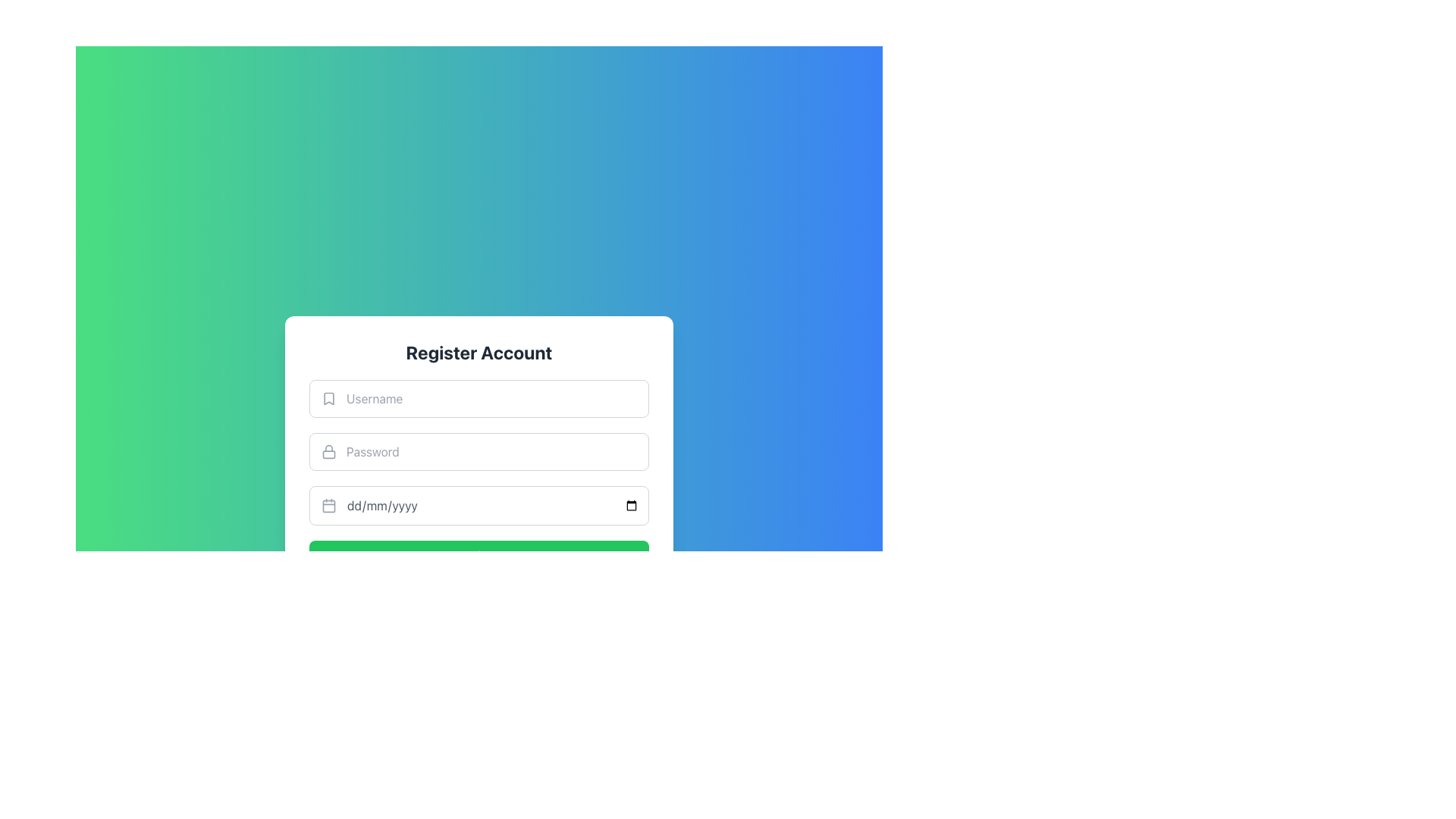 The width and height of the screenshot is (1456, 819). Describe the element at coordinates (328, 451) in the screenshot. I see `the security icon located to the left of the password input field, which indicates that the input field is secure or related to passwords` at that location.